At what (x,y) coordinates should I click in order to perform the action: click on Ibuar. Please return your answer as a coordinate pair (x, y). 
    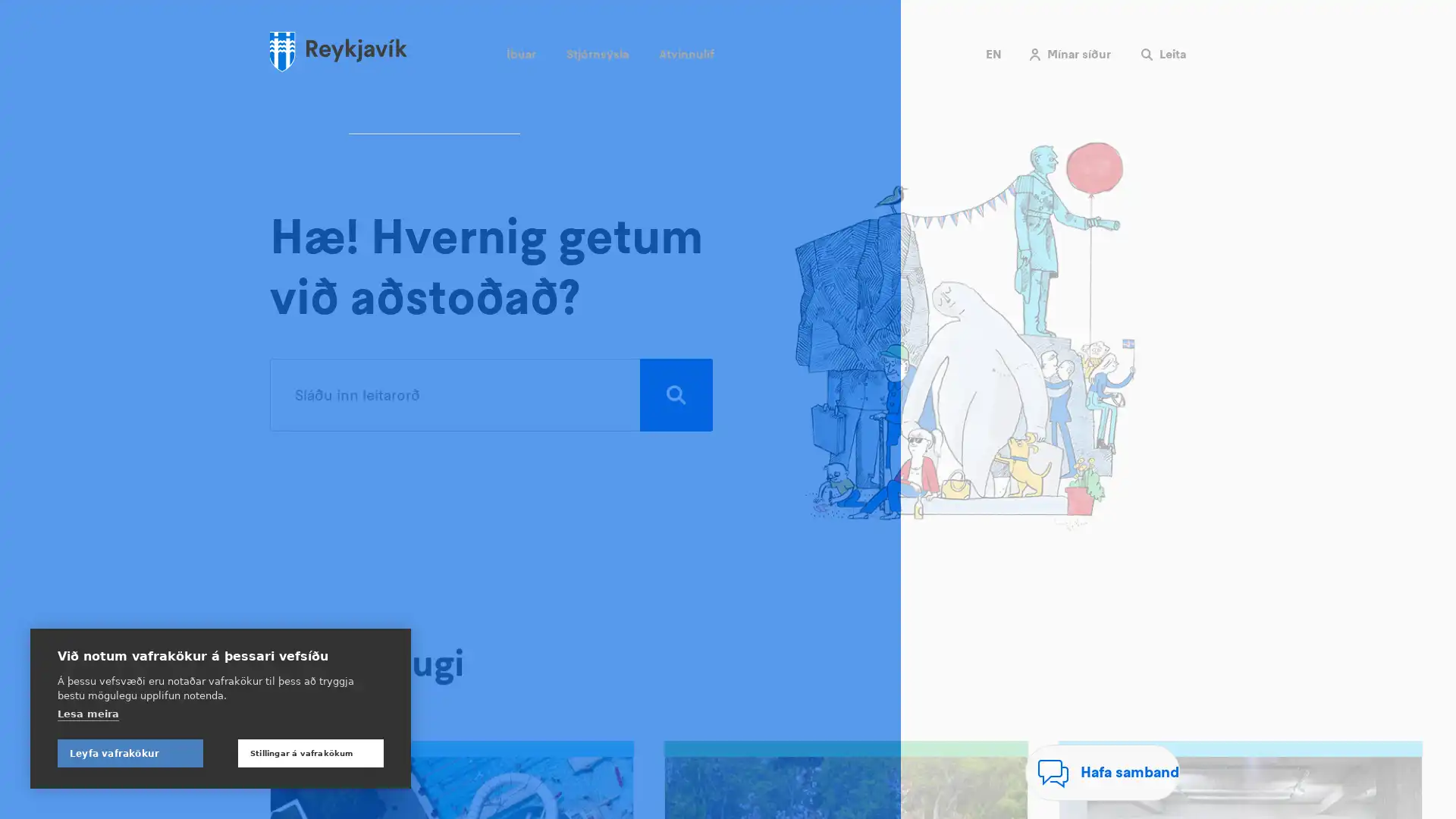
    Looking at the image, I should click on (521, 51).